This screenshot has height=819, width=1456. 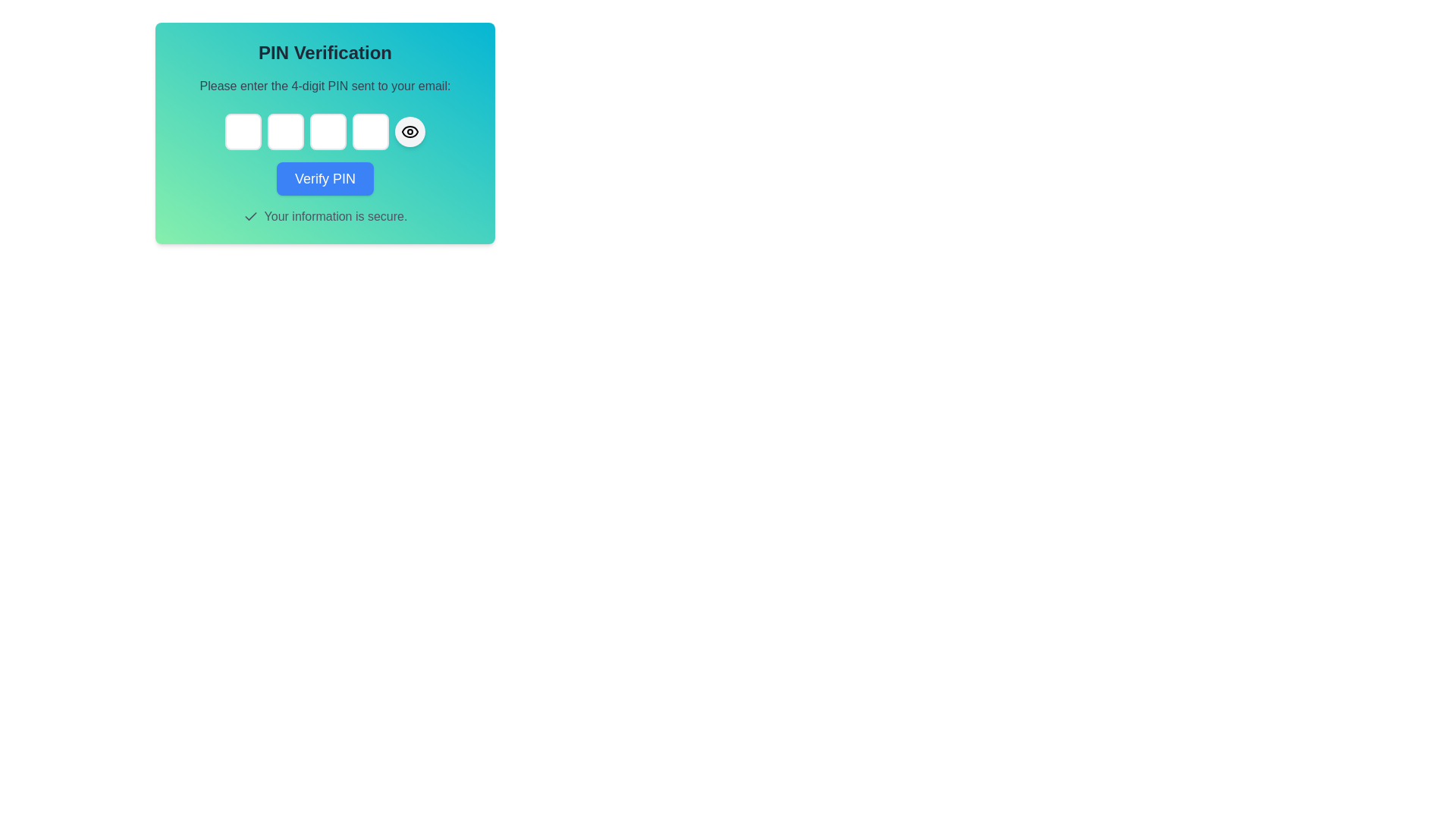 What do you see at coordinates (324, 216) in the screenshot?
I see `the text label displaying 'Your information is secure.' with a green checkmark icon, located at the bottom center of the interface` at bounding box center [324, 216].